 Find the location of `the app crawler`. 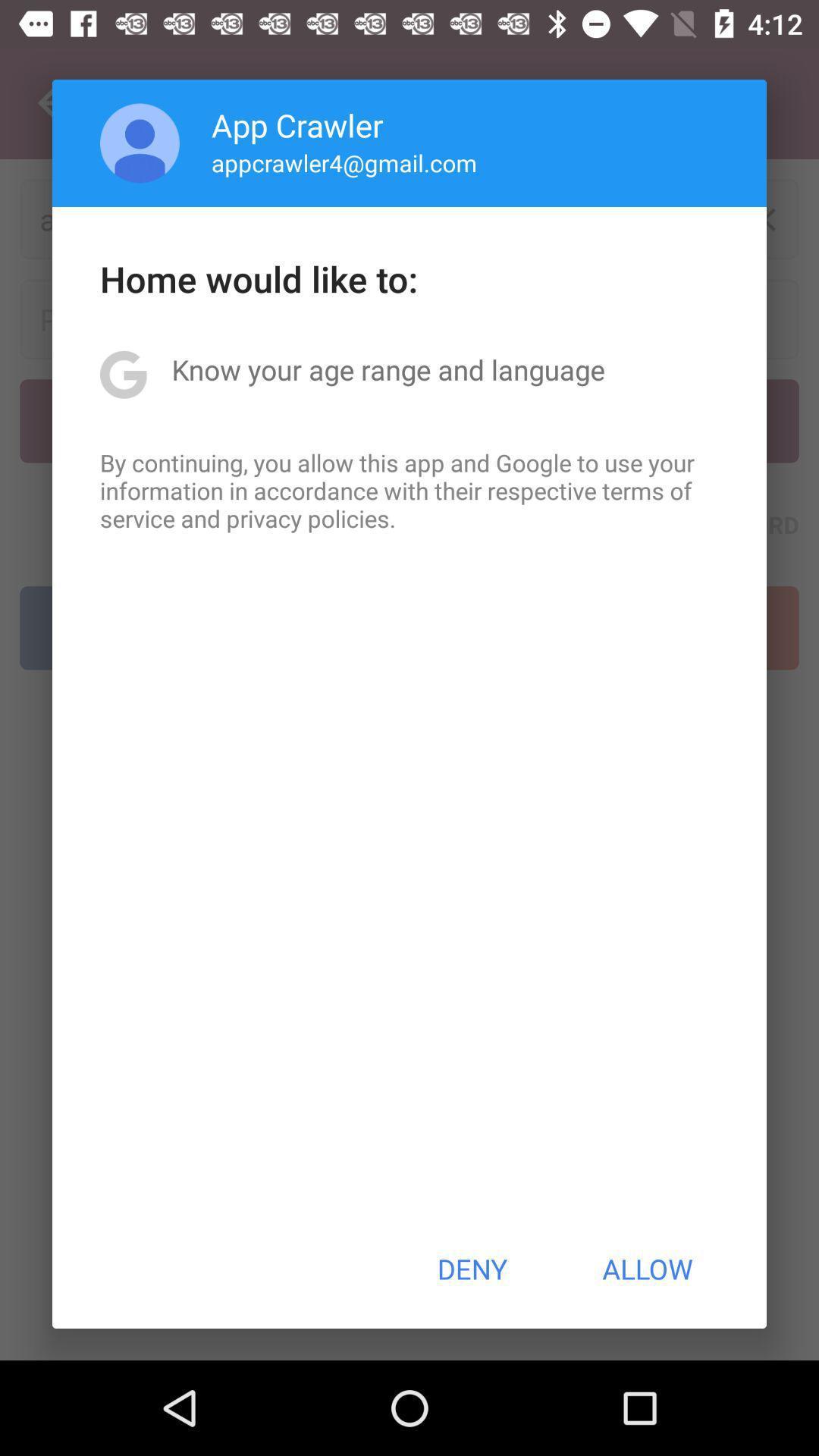

the app crawler is located at coordinates (297, 124).